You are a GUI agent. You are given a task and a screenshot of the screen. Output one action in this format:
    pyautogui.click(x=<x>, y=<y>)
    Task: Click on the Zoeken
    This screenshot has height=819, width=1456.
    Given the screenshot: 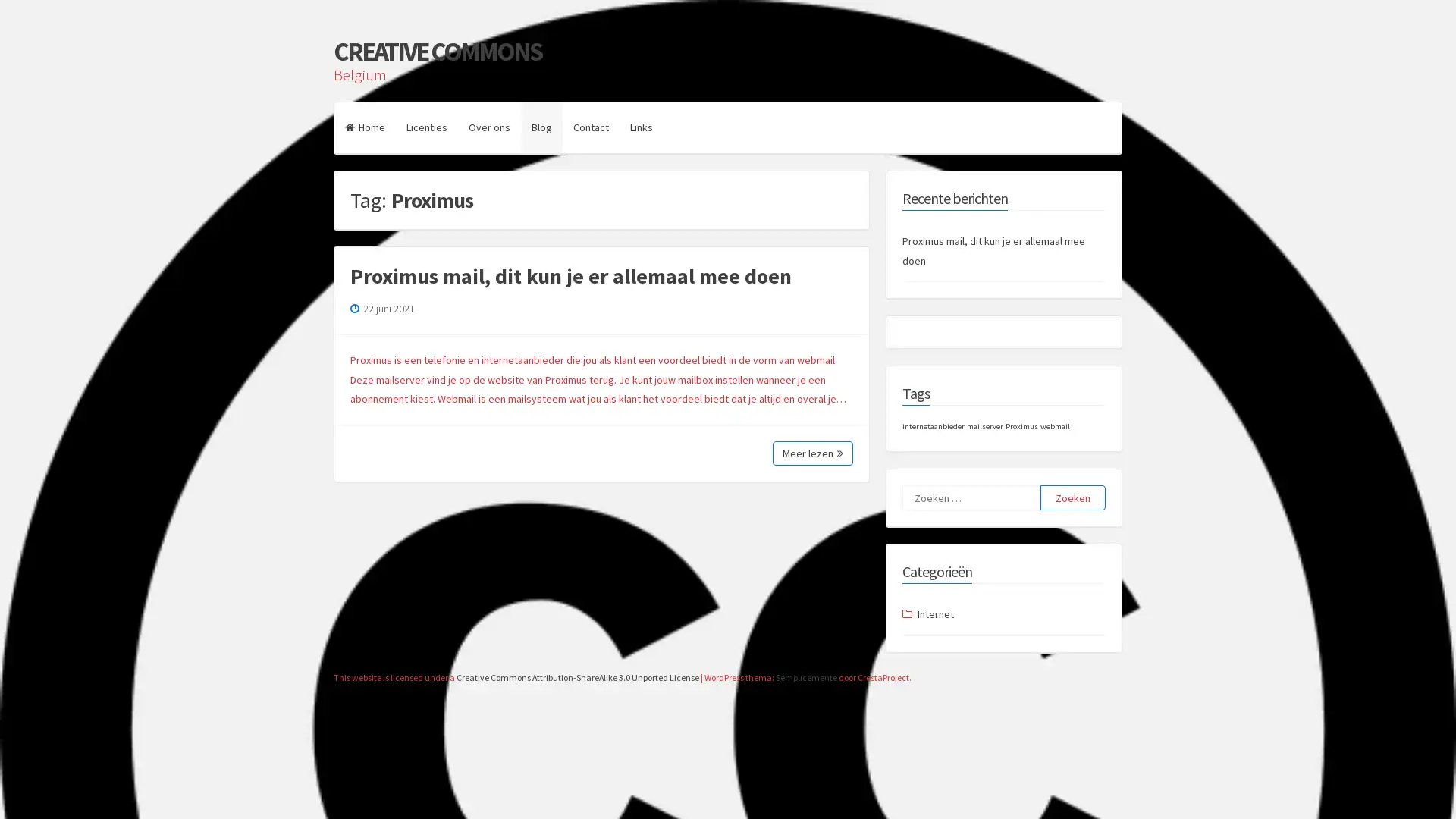 What is the action you would take?
    pyautogui.click(x=1072, y=497)
    